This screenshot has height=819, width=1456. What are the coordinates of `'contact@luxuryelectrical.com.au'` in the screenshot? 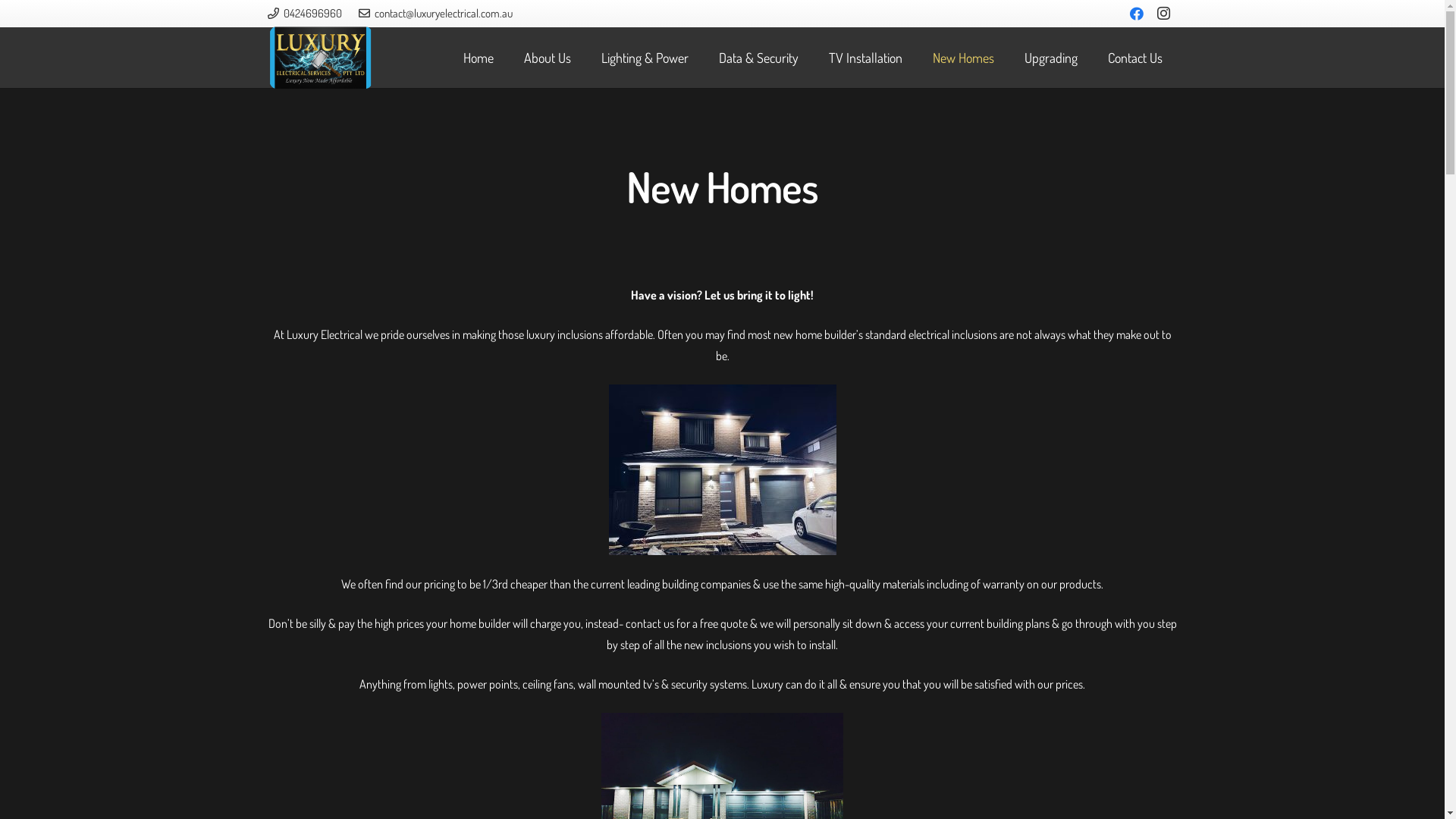 It's located at (358, 13).